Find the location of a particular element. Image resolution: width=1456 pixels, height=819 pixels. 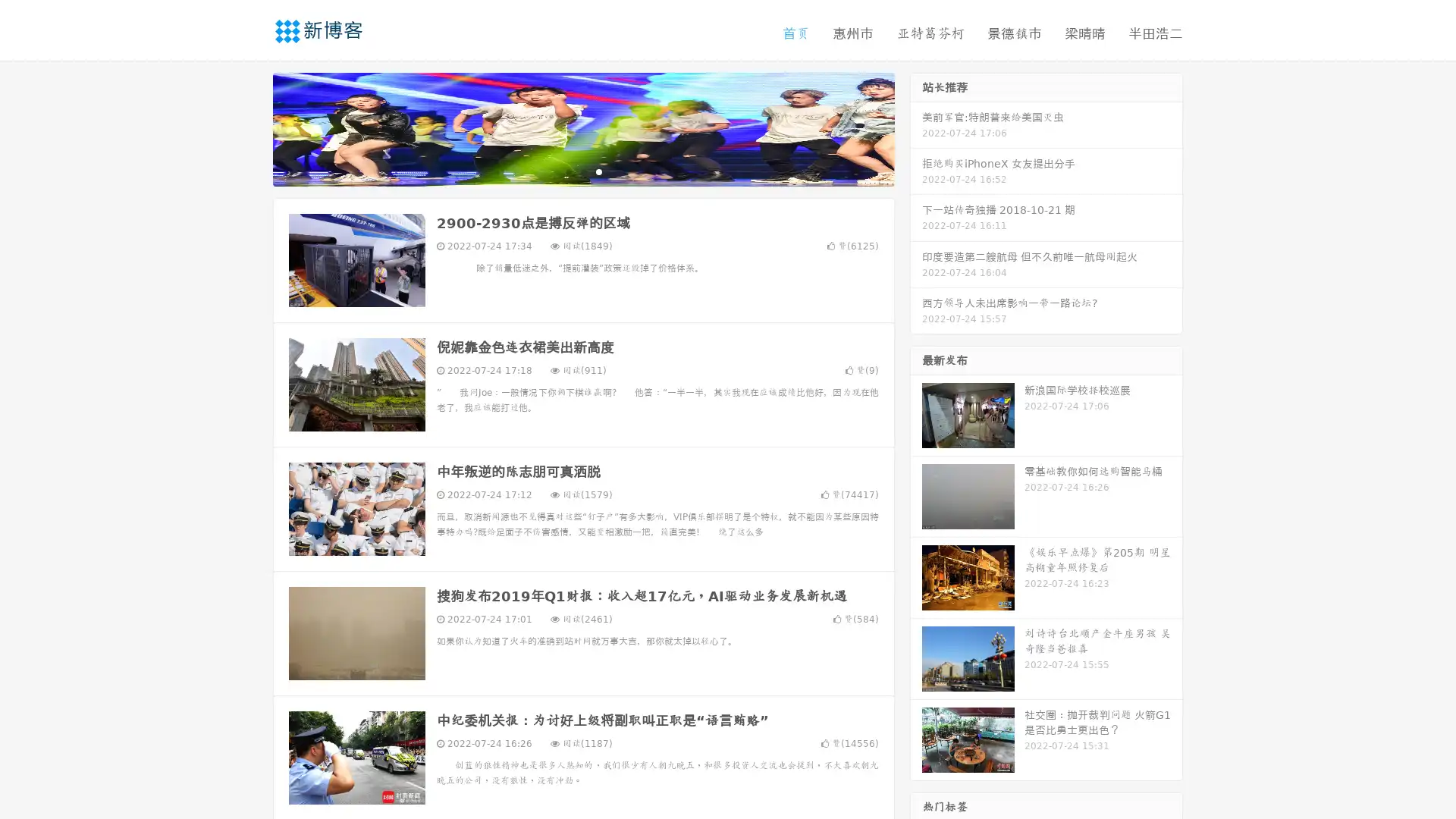

Go to slide 2 is located at coordinates (582, 171).